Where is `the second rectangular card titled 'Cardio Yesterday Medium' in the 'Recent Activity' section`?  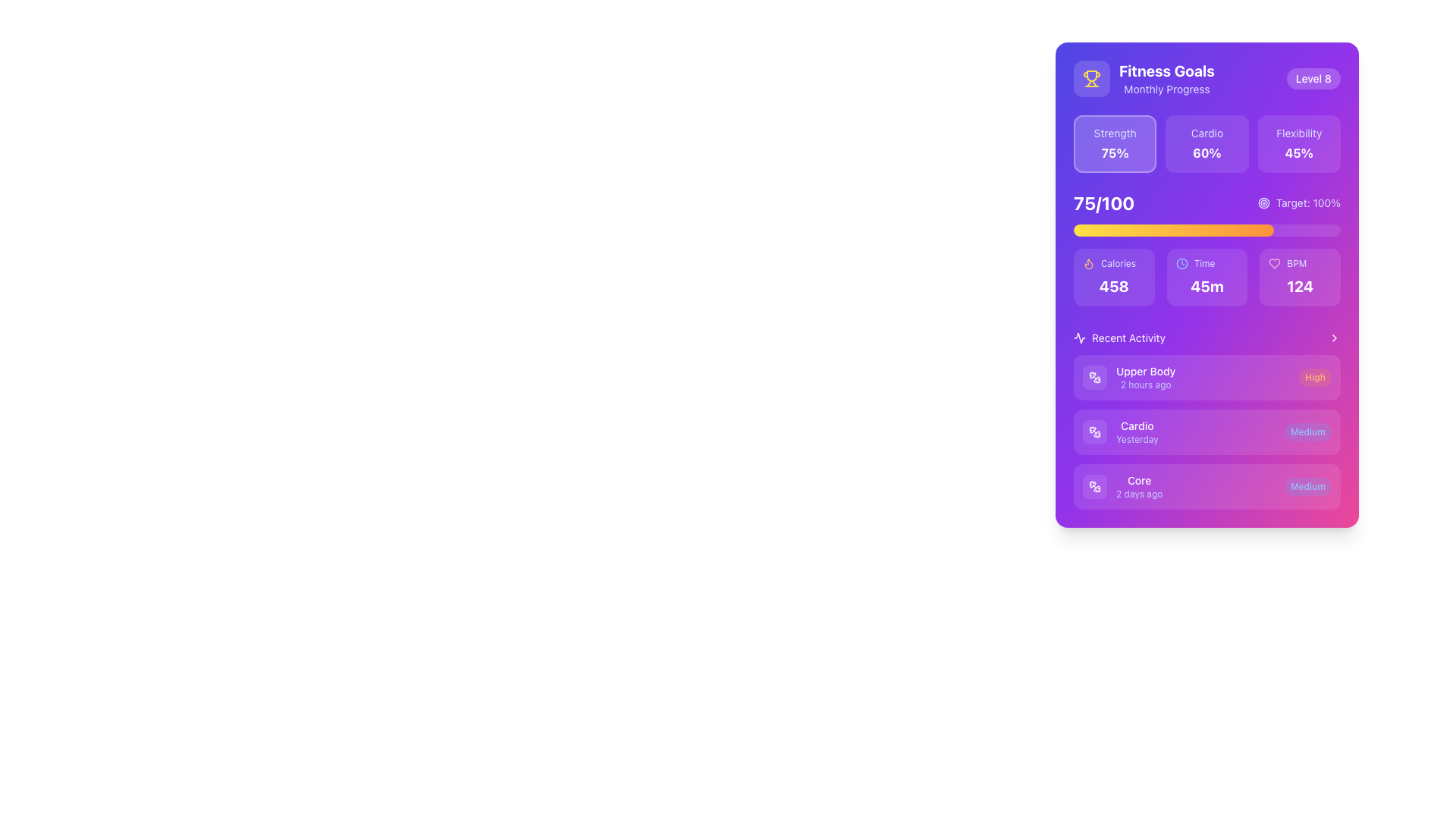 the second rectangular card titled 'Cardio Yesterday Medium' in the 'Recent Activity' section is located at coordinates (1207, 420).